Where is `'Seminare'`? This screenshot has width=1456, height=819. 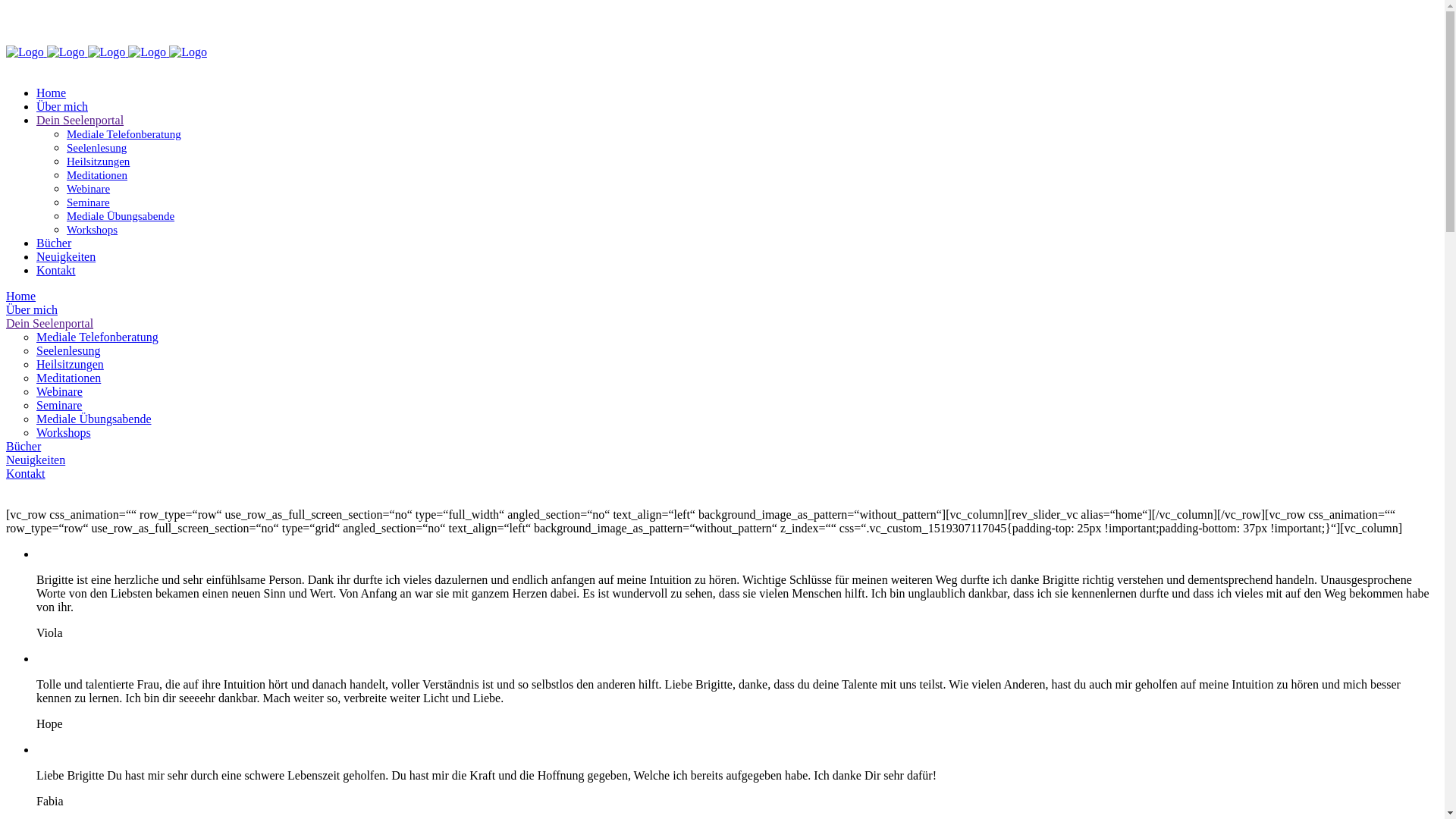
'Seminare' is located at coordinates (87, 201).